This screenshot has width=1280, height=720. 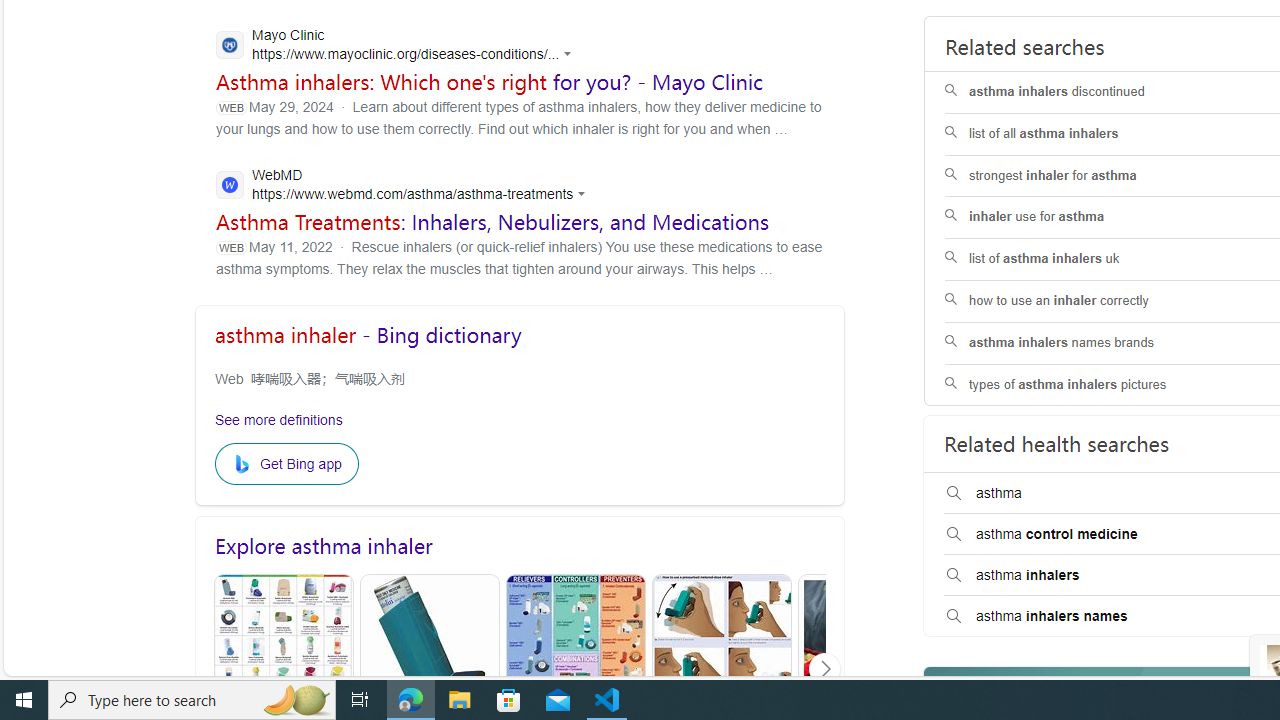 What do you see at coordinates (278, 418) in the screenshot?
I see `'See more definitions'` at bounding box center [278, 418].